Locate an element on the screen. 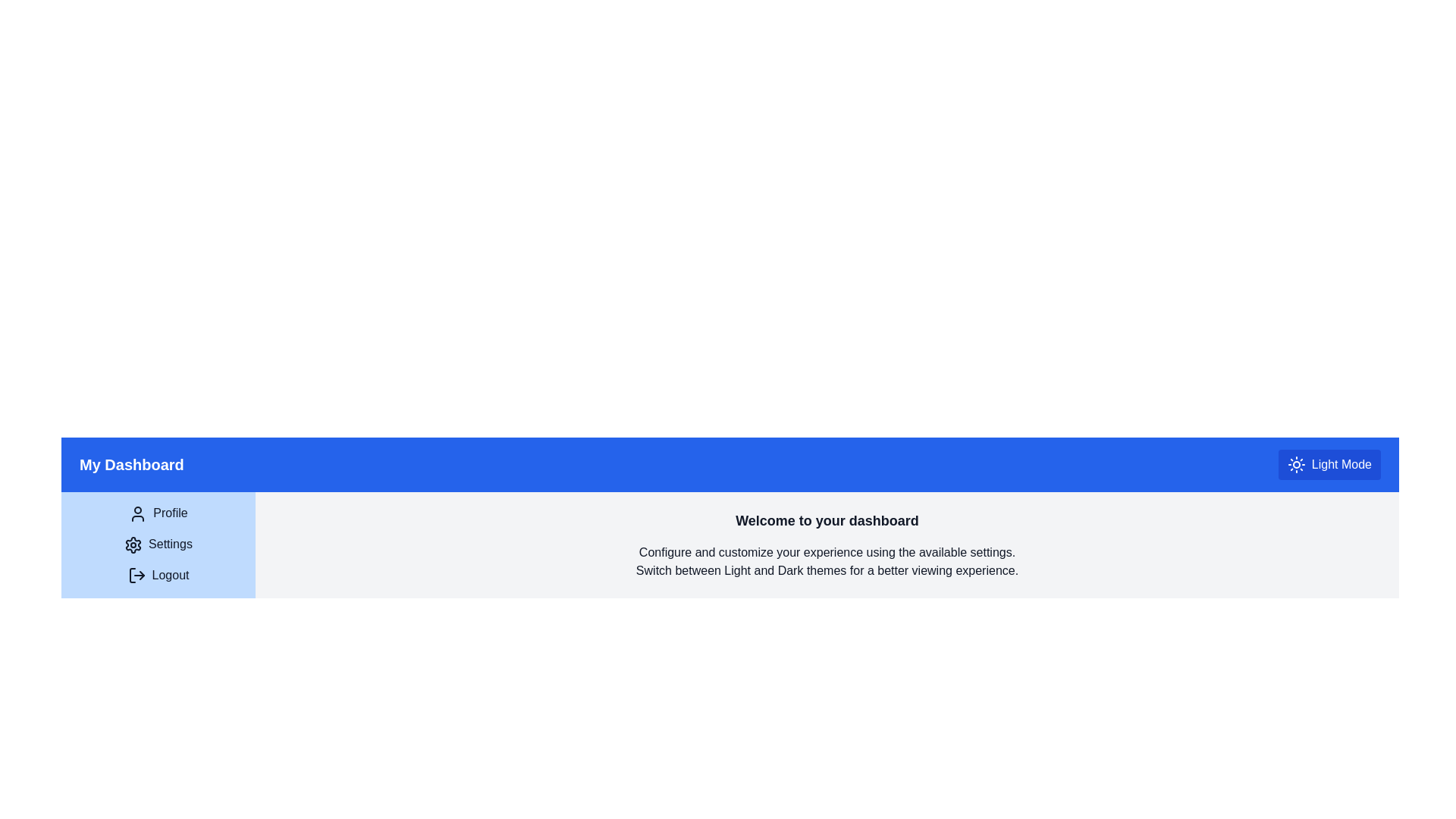  the 'Settings' icon located in the left-hand sidebar menu, positioned to the right of the 'Profile' option and above the 'Logout' option is located at coordinates (133, 544).